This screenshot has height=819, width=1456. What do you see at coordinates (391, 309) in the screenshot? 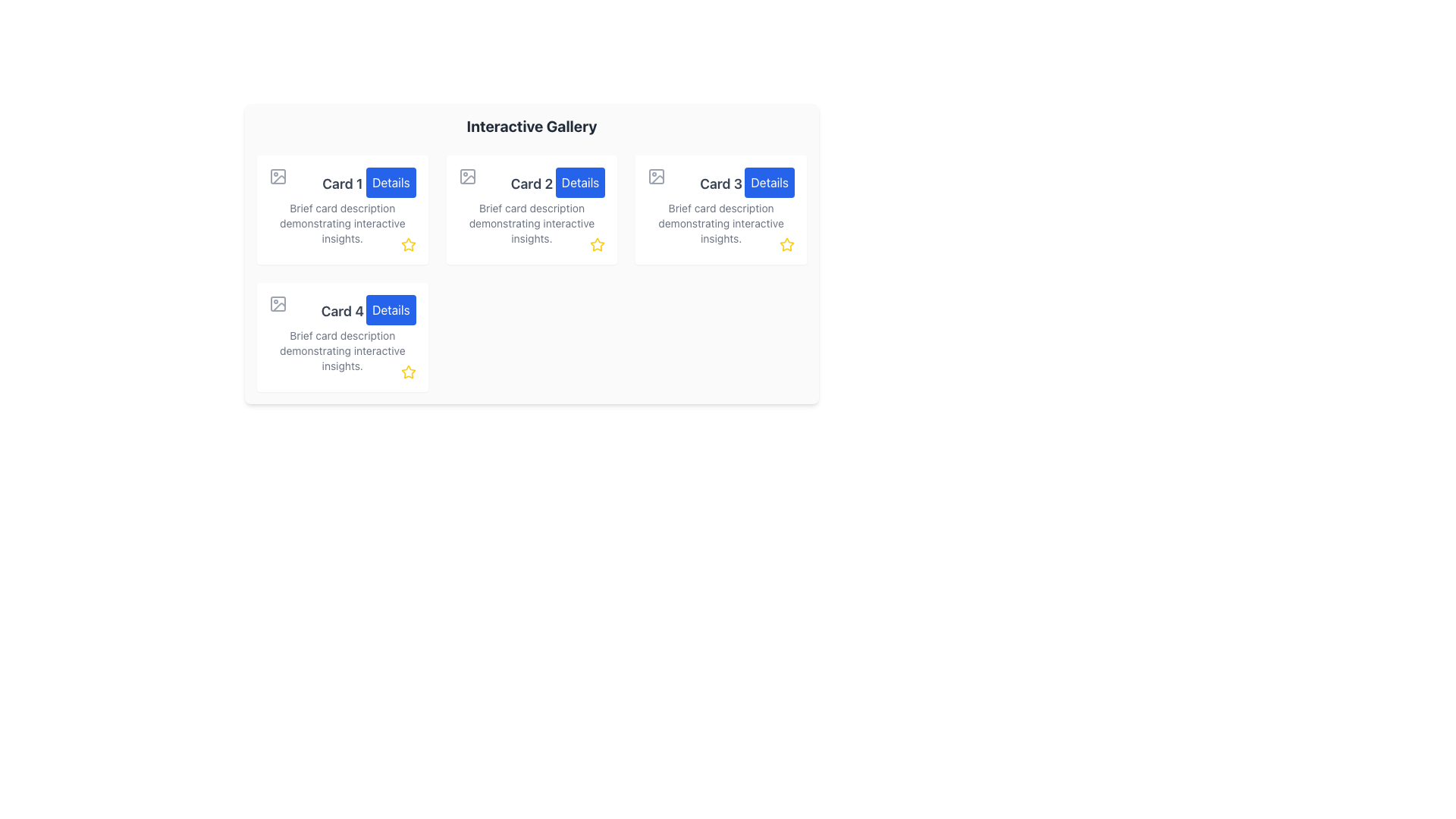
I see `the button located in the top-right corner of 'Card 4'` at bounding box center [391, 309].